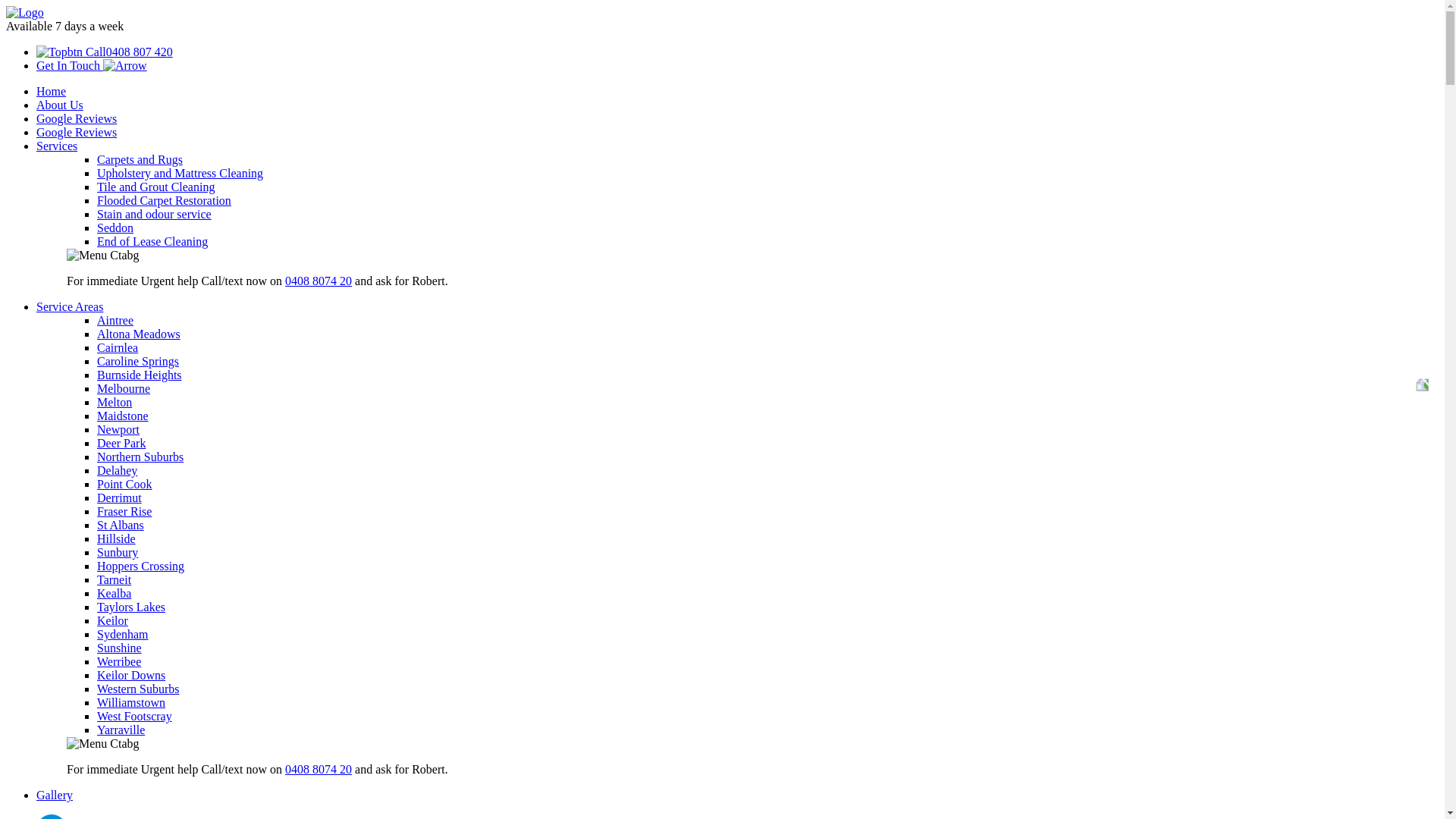  What do you see at coordinates (116, 552) in the screenshot?
I see `'Sunbury'` at bounding box center [116, 552].